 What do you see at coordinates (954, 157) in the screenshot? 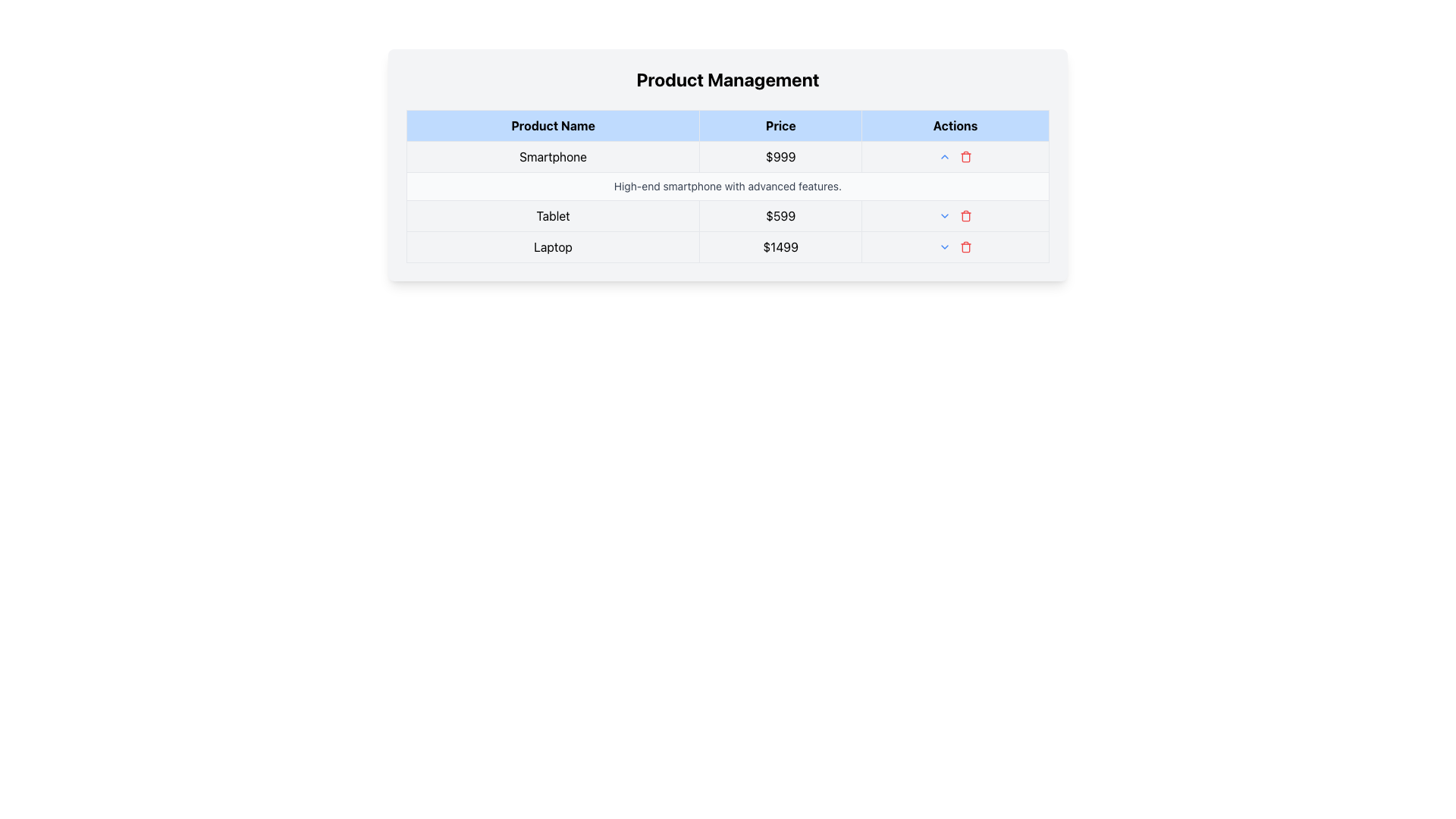
I see `the interactive buttons within the Button Group located in the first row of the table under the 'Actions' column, which contains visually distinctive icons` at bounding box center [954, 157].